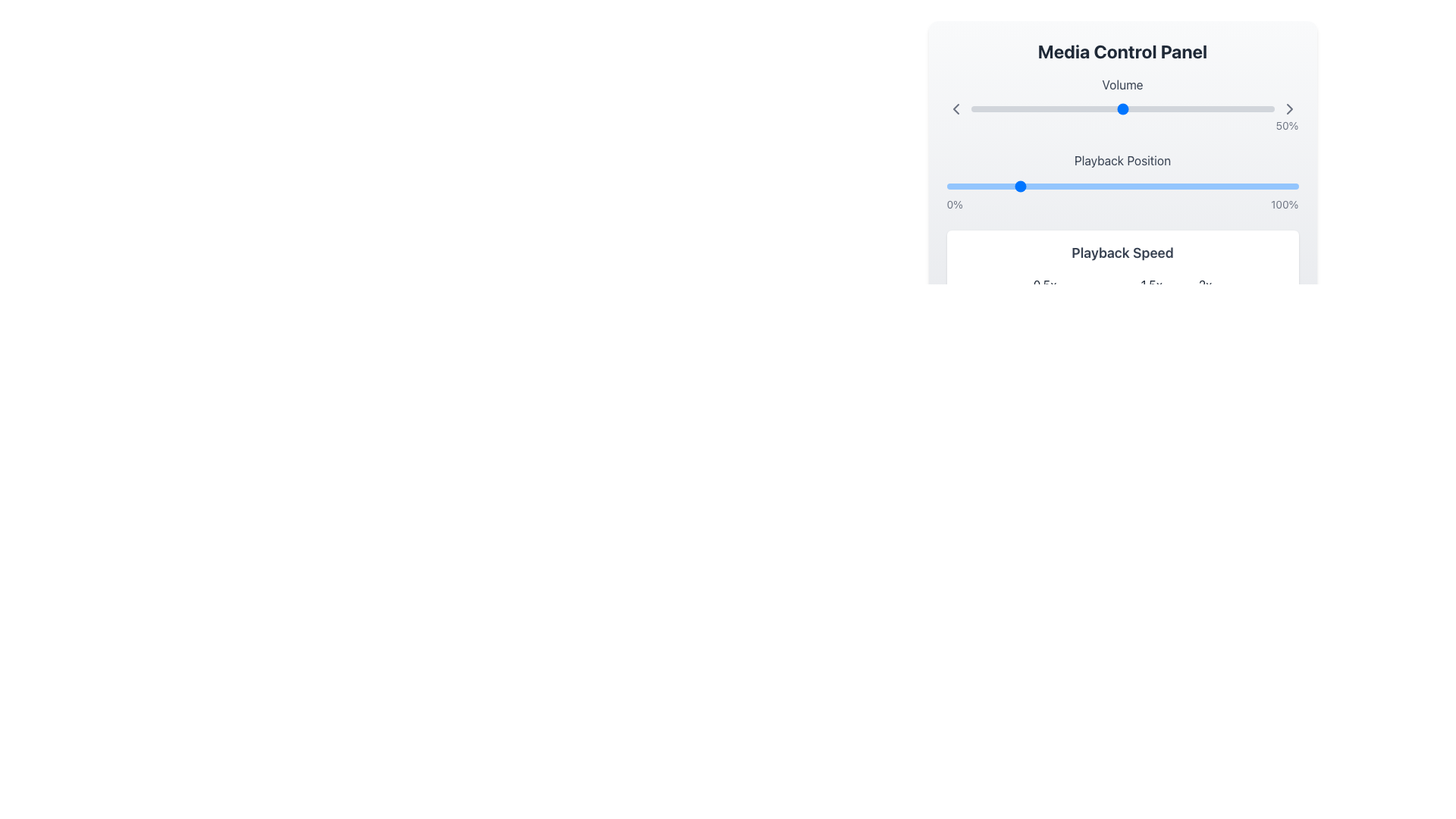  Describe the element at coordinates (1001, 108) in the screenshot. I see `volume` at that location.